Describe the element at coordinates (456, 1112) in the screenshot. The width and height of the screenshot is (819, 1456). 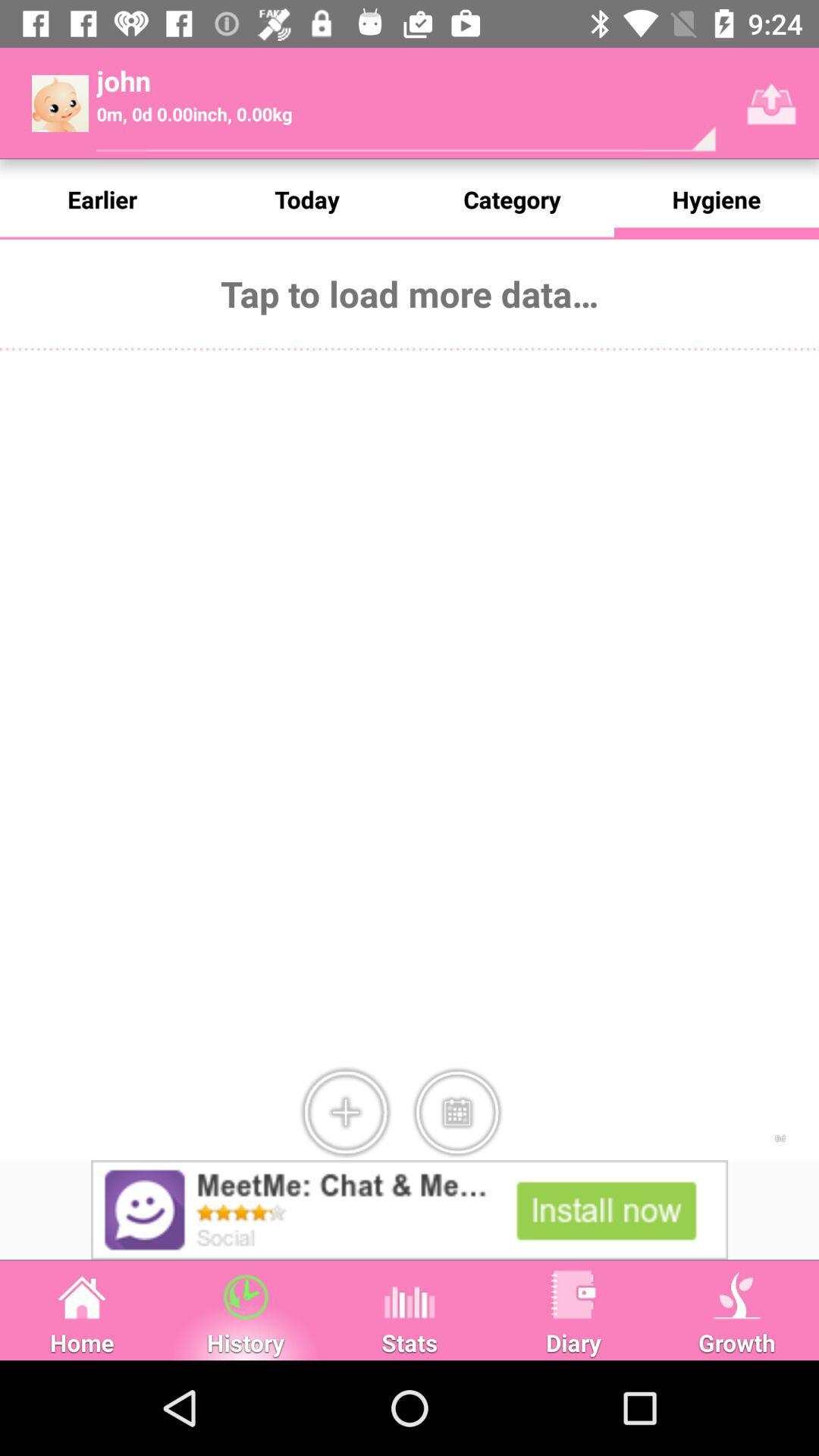
I see `the date_range icon` at that location.